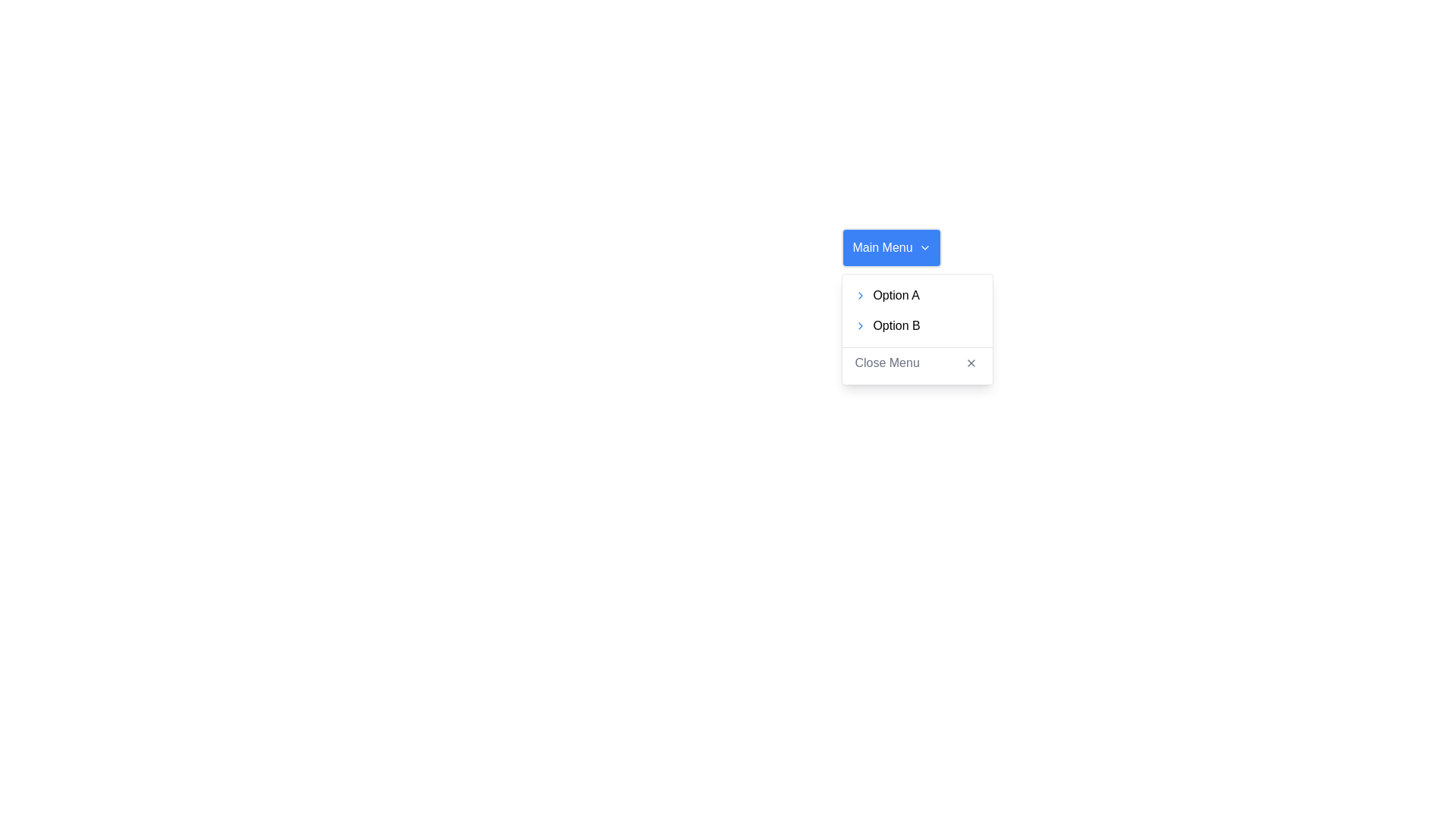  What do you see at coordinates (971, 362) in the screenshot?
I see `the 'X' icon in the bottom-right corner of the dropdown menu` at bounding box center [971, 362].